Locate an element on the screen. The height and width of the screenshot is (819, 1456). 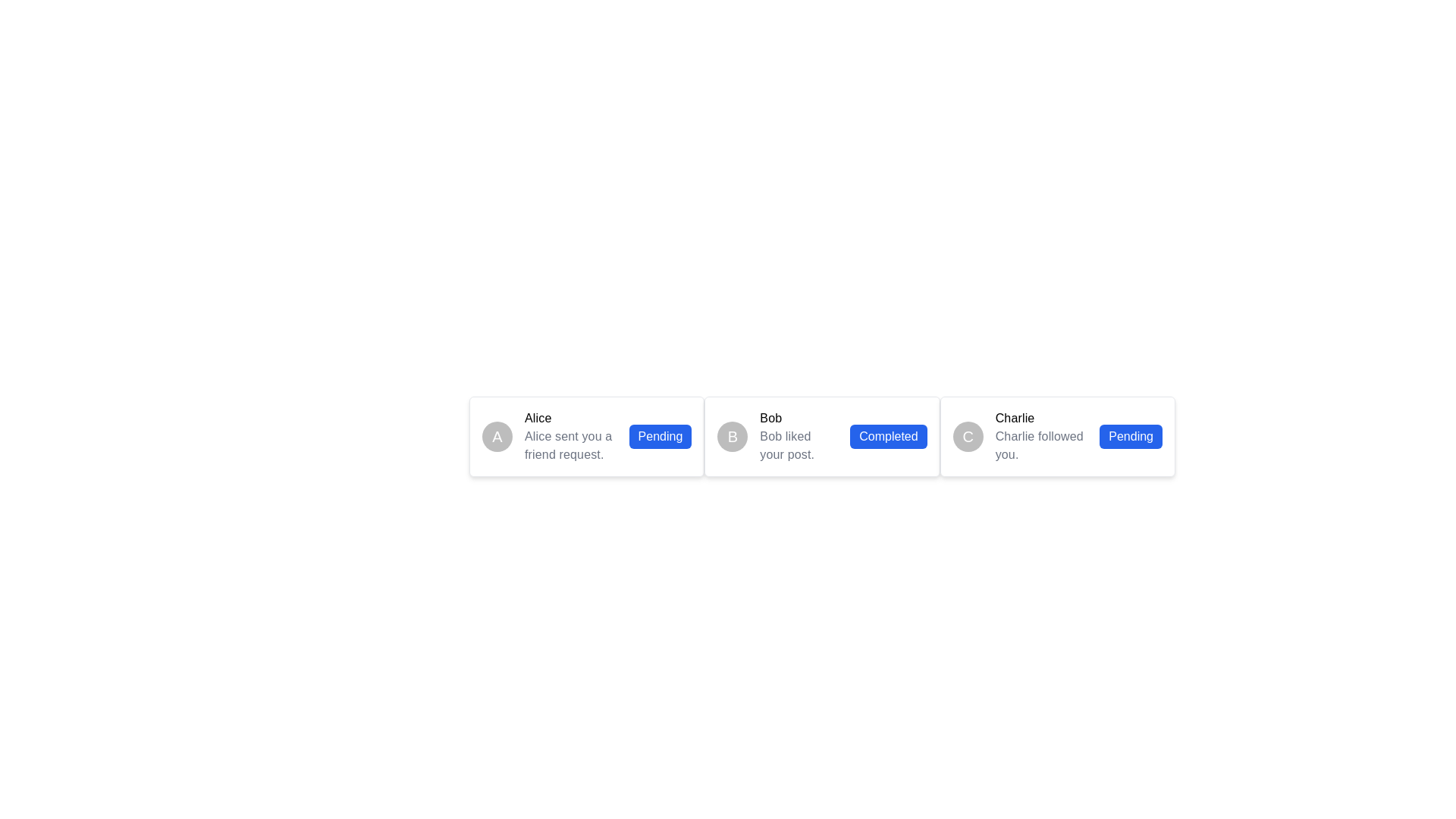
the avatar representing 'Charlie', which is located at the leftmost end of the rectangular component displaying the text 'Charlie Charlie followed you. Pending.' is located at coordinates (967, 436).